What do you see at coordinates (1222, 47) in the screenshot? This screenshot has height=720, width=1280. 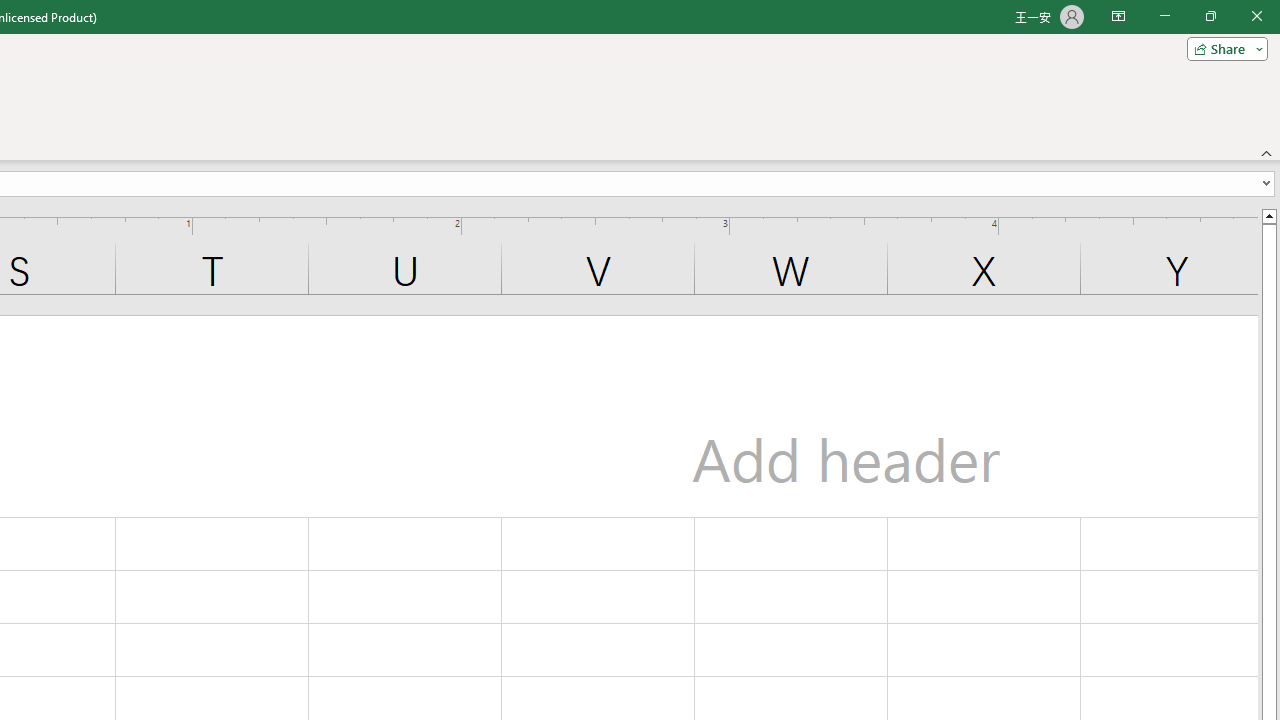 I see `'Share'` at bounding box center [1222, 47].